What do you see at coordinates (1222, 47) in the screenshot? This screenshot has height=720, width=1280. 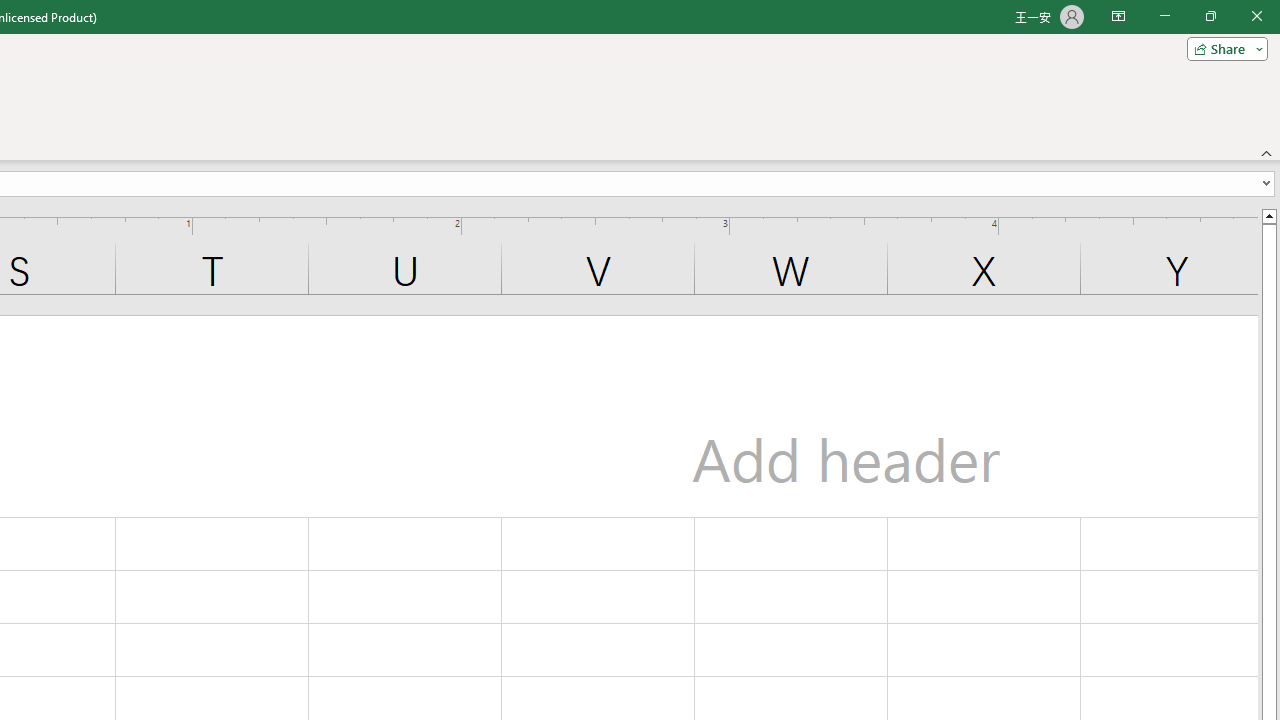 I see `'Share'` at bounding box center [1222, 47].